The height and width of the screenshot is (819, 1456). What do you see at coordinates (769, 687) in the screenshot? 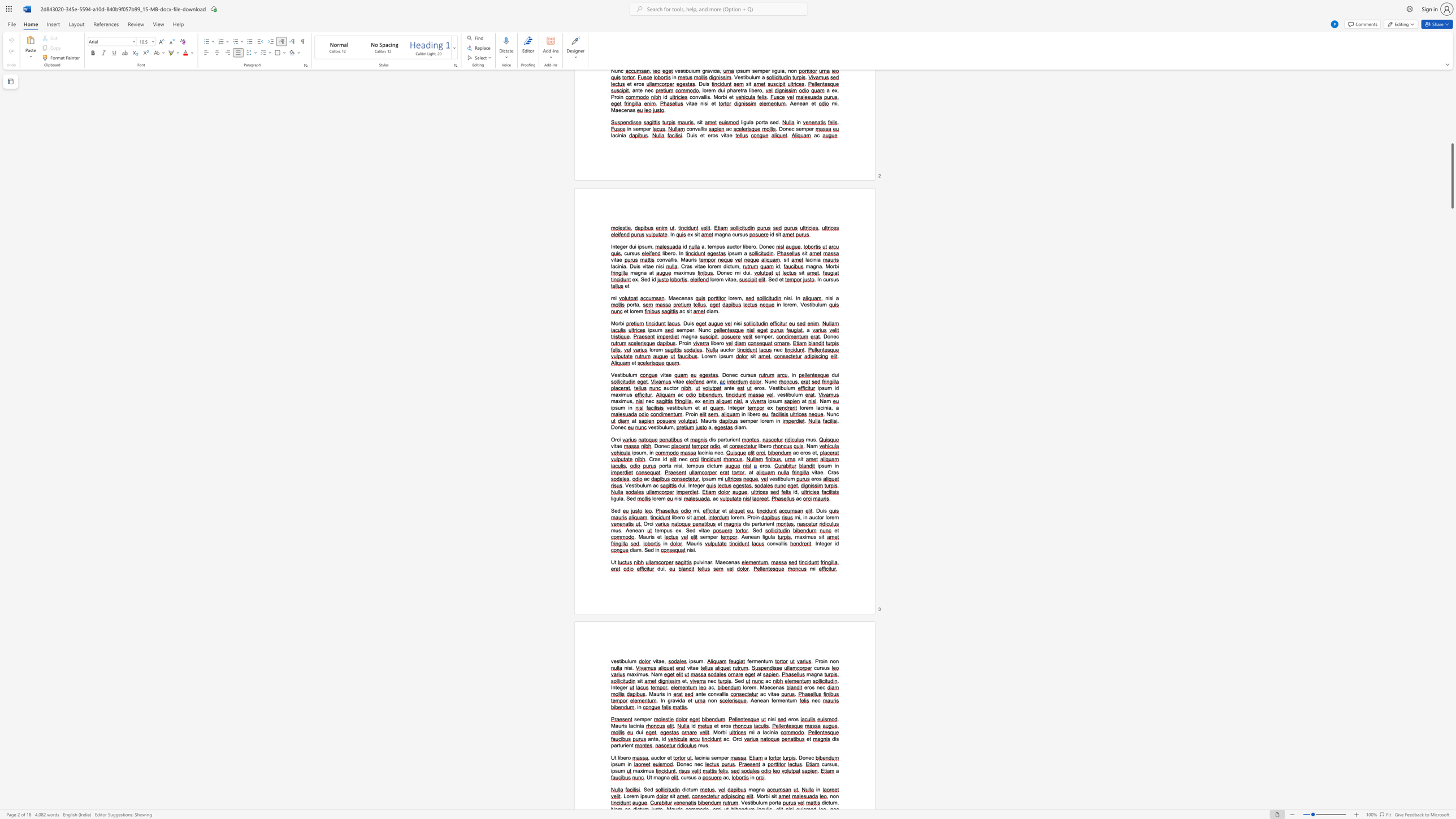
I see `the space between the continuous character "e" and "c" in the text` at bounding box center [769, 687].